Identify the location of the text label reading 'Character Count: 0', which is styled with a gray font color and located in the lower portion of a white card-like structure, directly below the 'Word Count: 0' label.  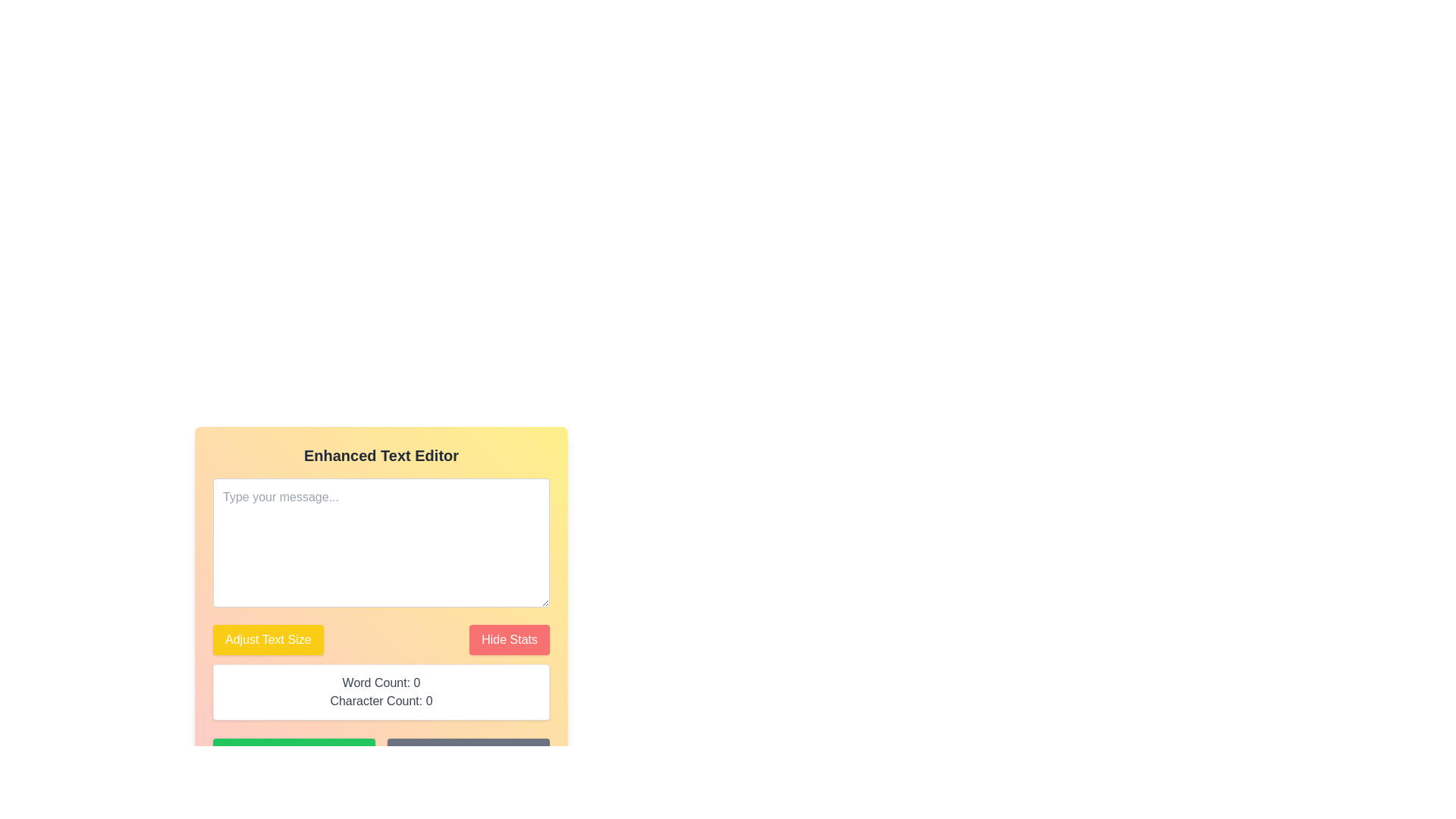
(381, 701).